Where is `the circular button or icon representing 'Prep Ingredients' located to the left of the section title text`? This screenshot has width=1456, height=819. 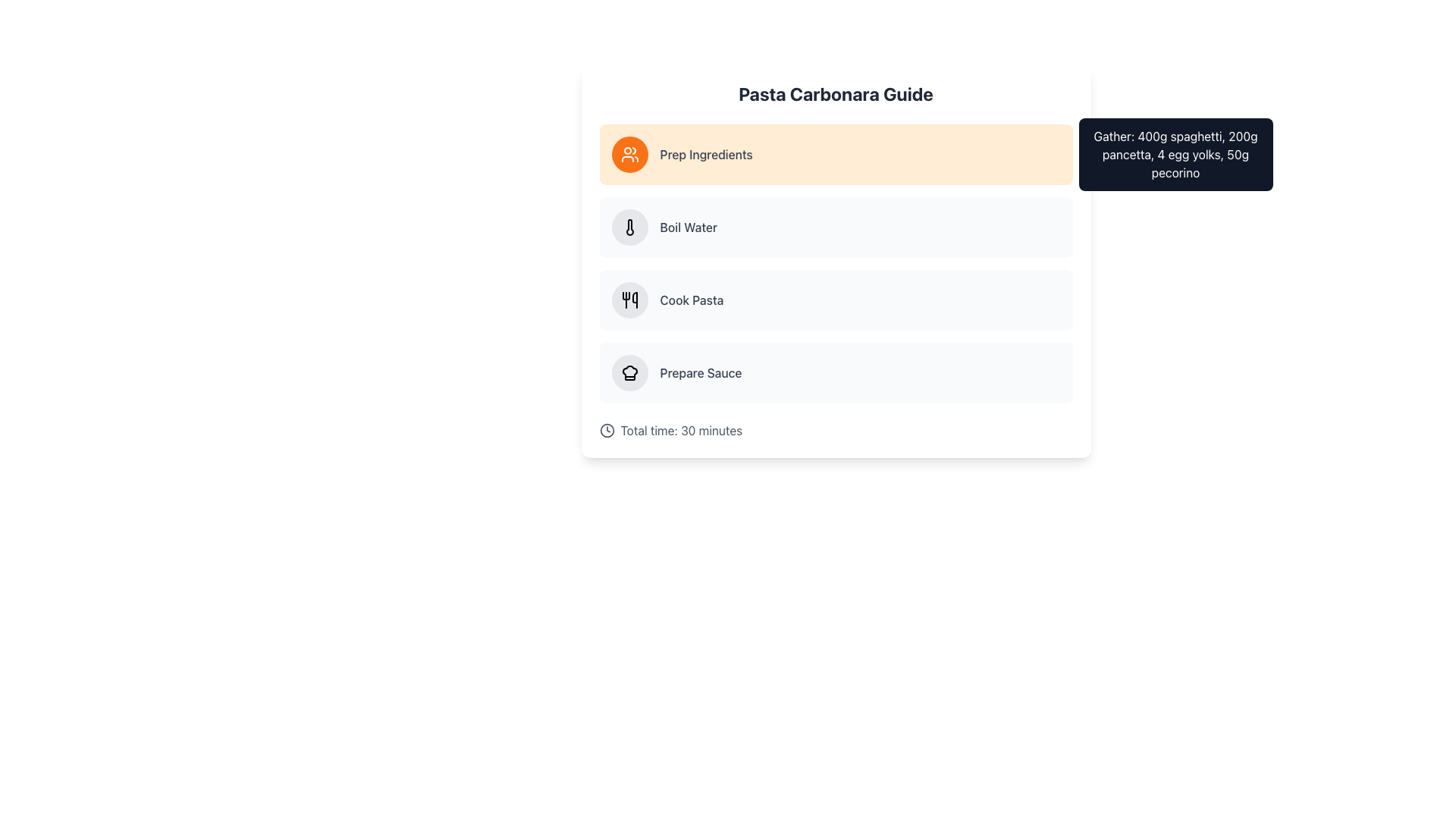 the circular button or icon representing 'Prep Ingredients' located to the left of the section title text is located at coordinates (629, 155).